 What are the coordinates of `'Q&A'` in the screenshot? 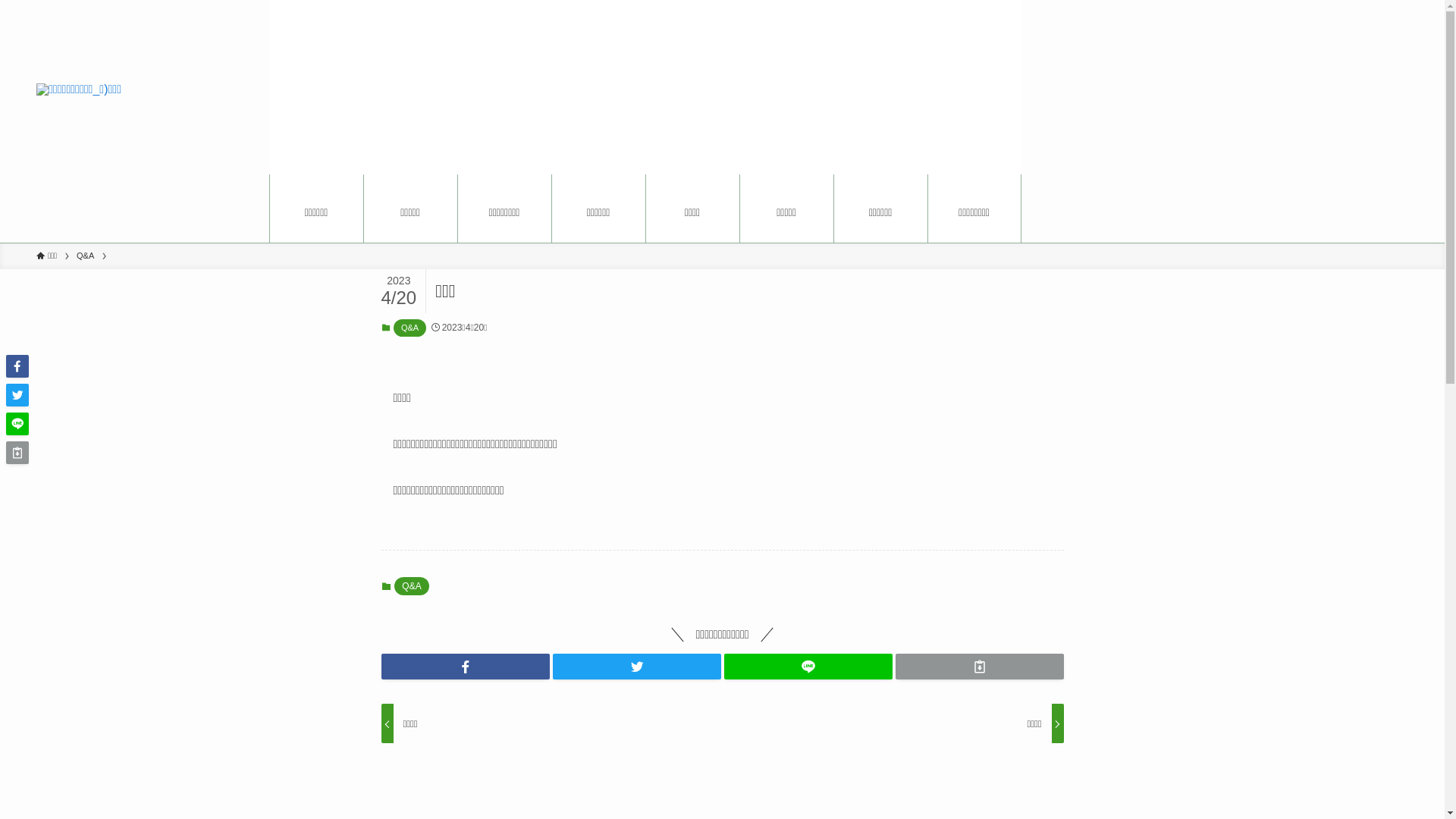 It's located at (409, 327).